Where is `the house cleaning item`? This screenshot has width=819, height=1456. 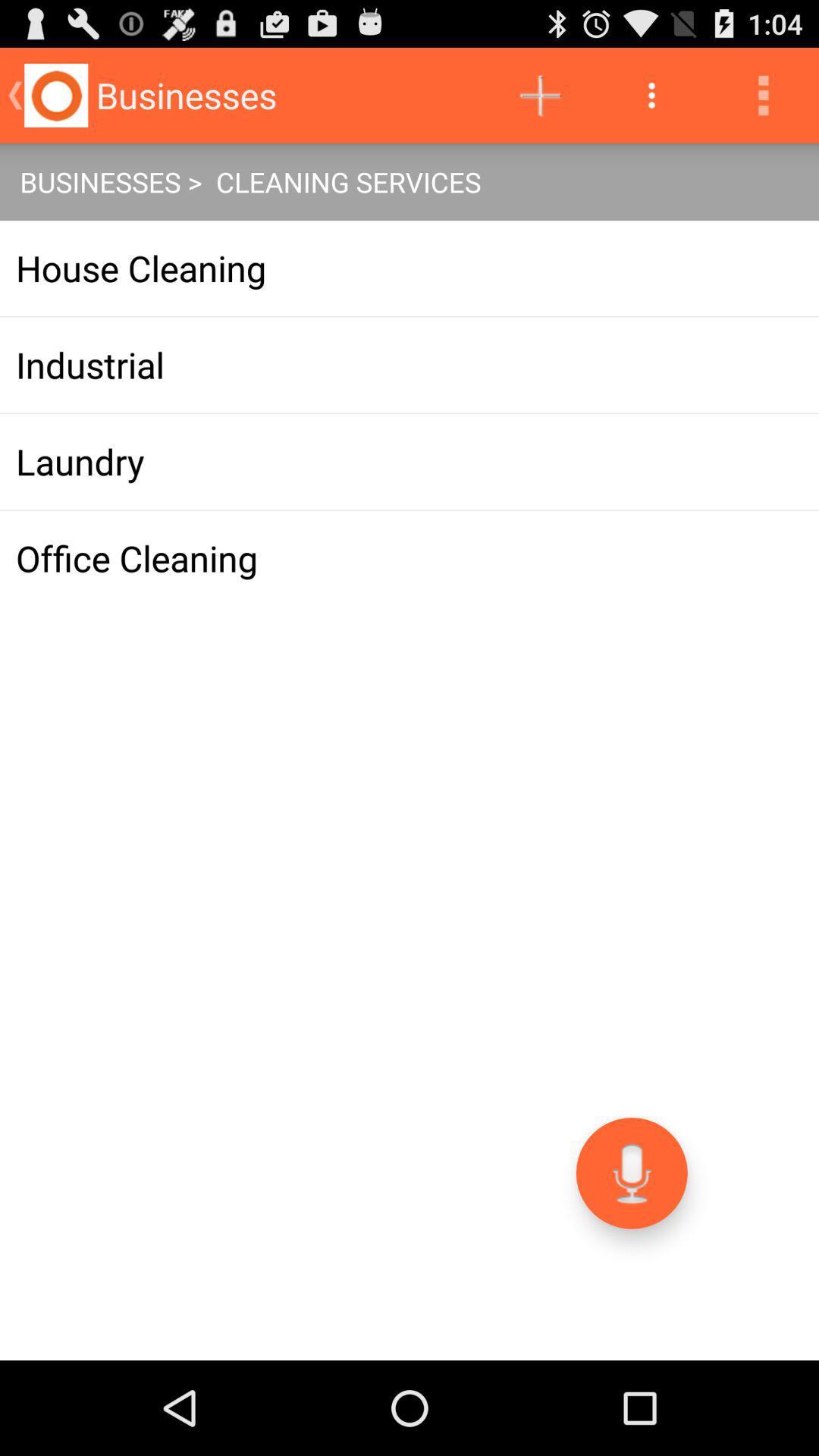
the house cleaning item is located at coordinates (409, 268).